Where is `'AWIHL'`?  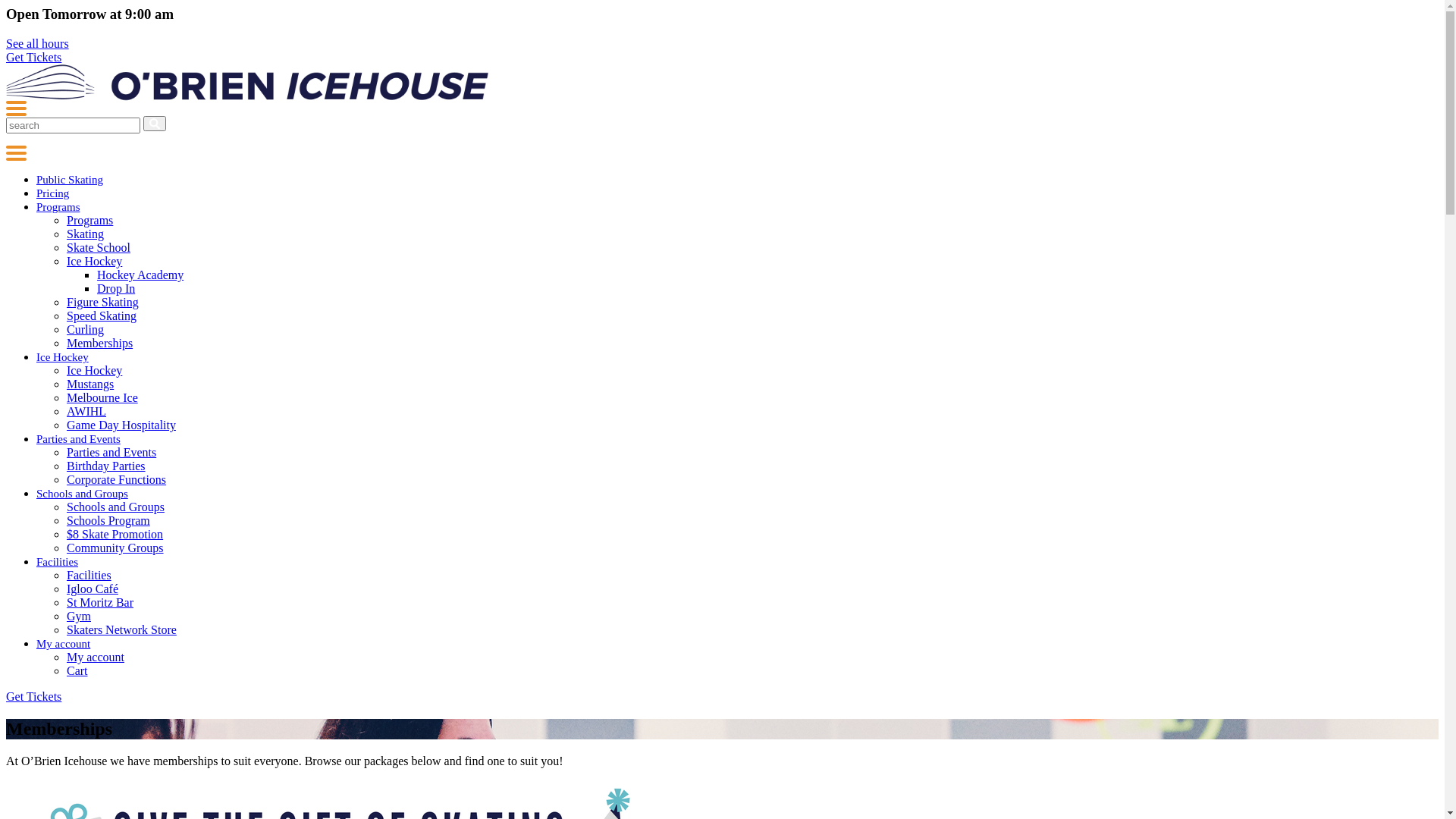
'AWIHL' is located at coordinates (86, 411).